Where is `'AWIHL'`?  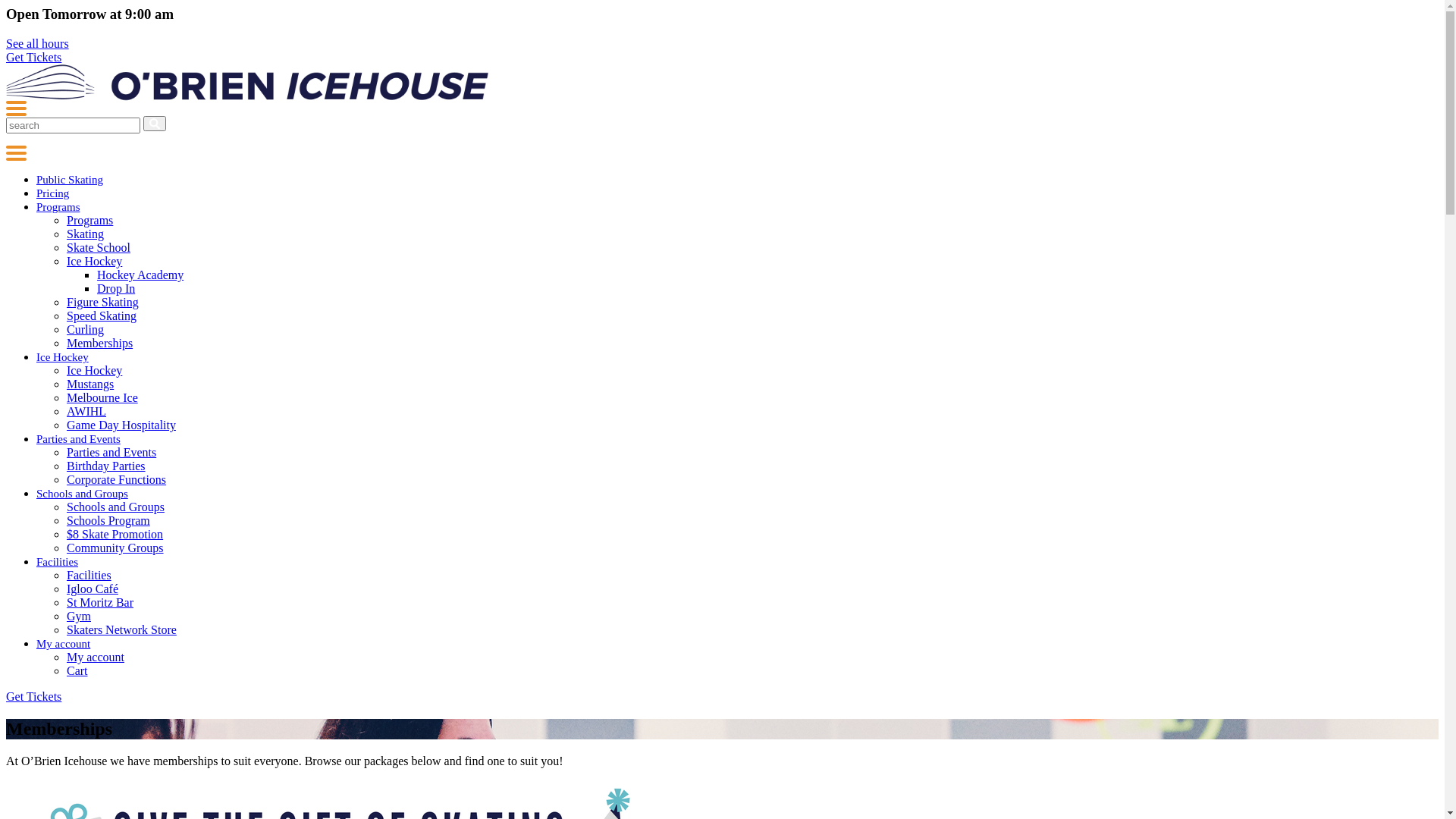
'AWIHL' is located at coordinates (86, 411).